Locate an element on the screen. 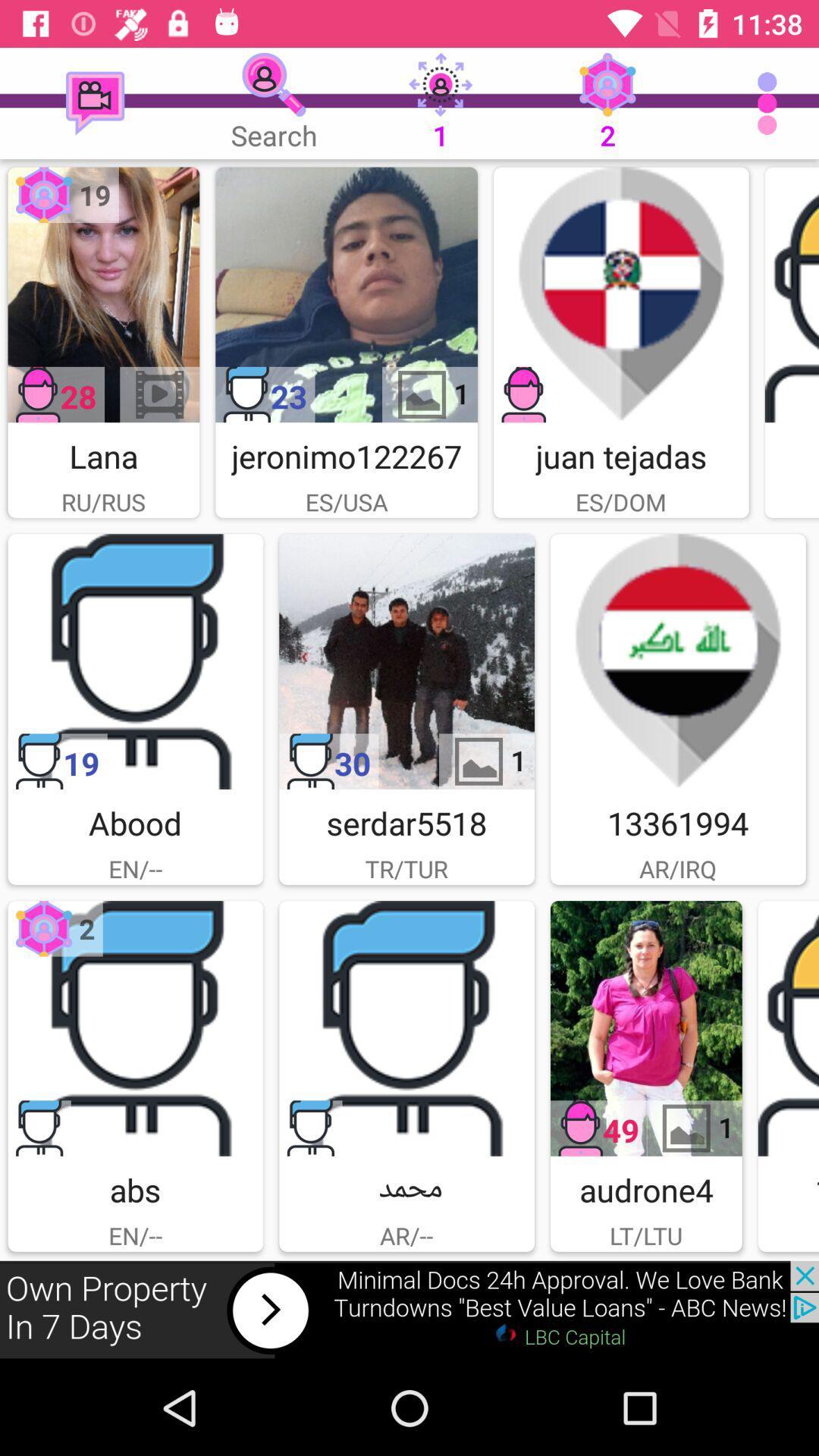 The width and height of the screenshot is (819, 1456). loads a person 's profile is located at coordinates (791, 294).